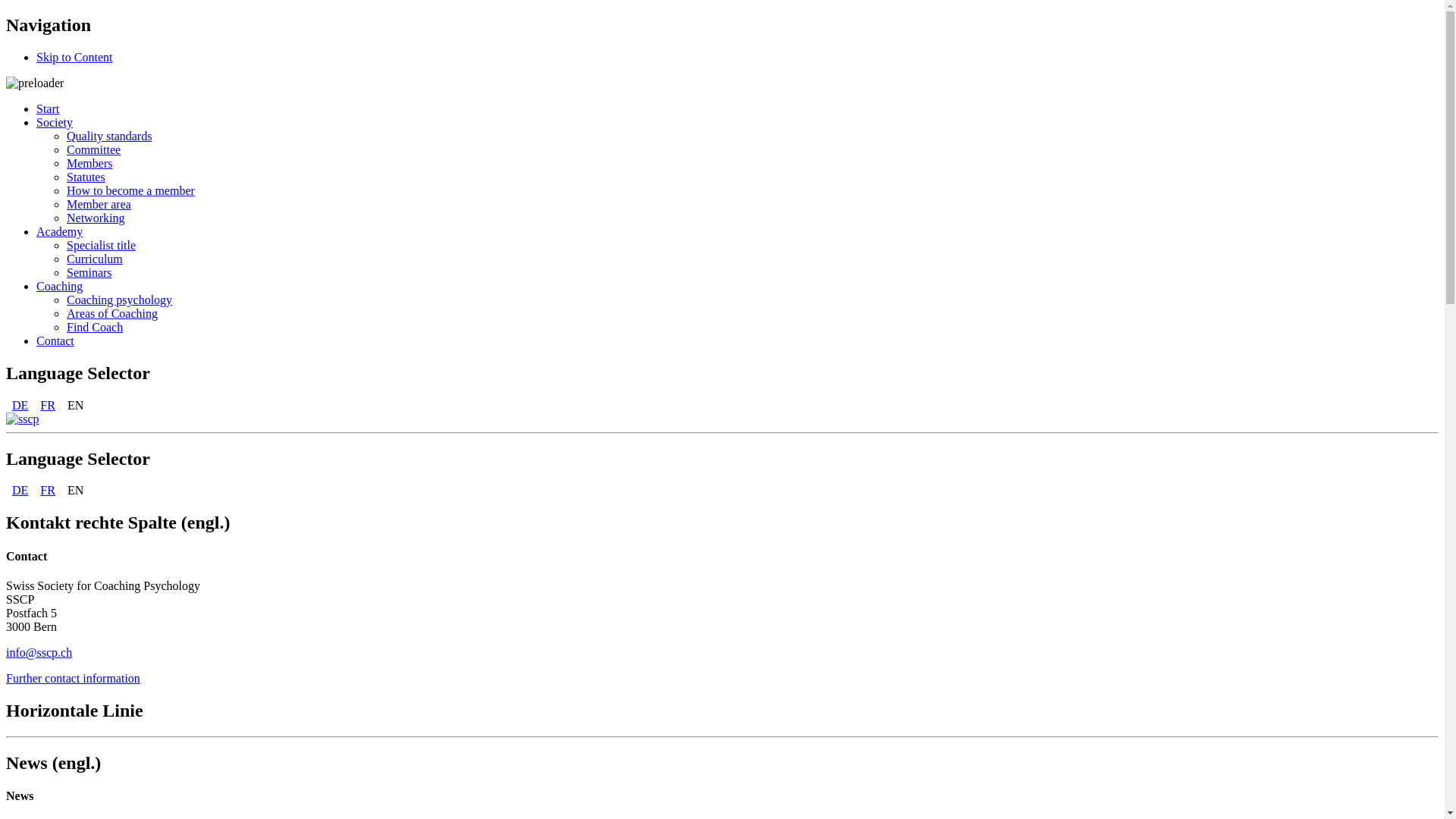 This screenshot has width=1456, height=819. Describe the element at coordinates (65, 176) in the screenshot. I see `'Statutes'` at that location.